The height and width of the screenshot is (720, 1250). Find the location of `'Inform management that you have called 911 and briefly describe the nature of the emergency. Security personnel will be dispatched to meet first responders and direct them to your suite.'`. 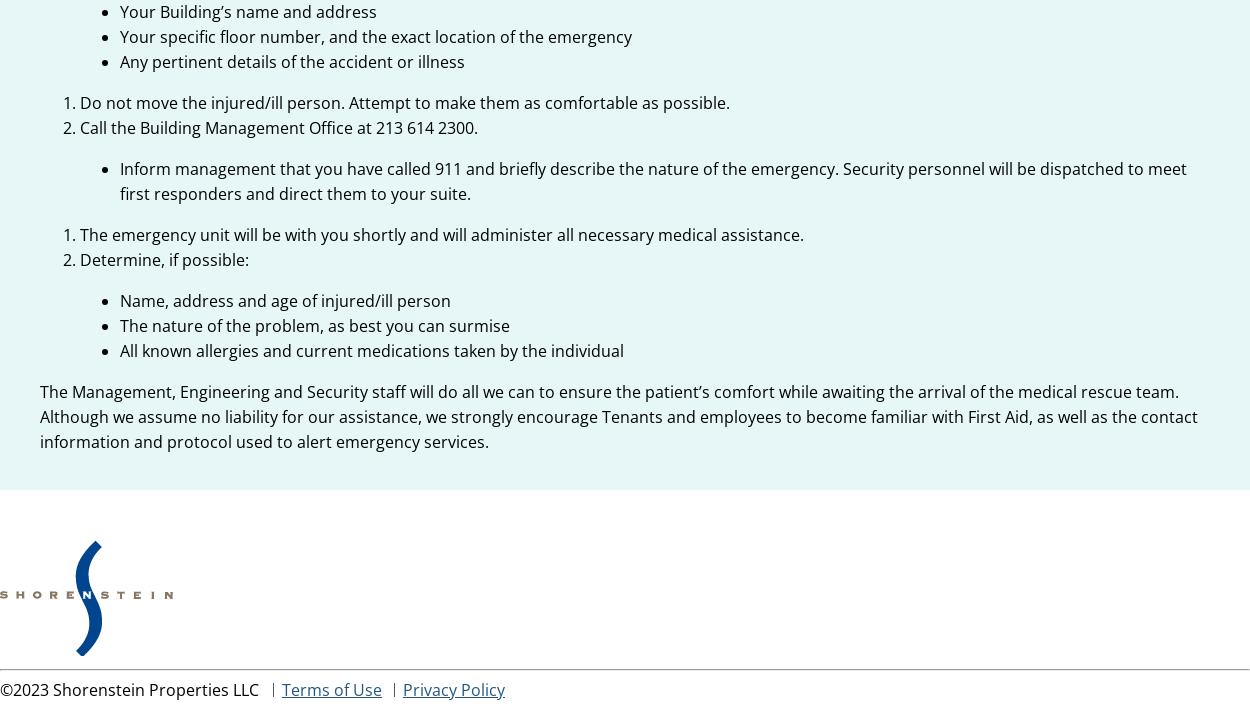

'Inform management that you have called 911 and briefly describe the nature of the emergency. Security personnel will be dispatched to meet first responders and direct them to your suite.' is located at coordinates (653, 181).